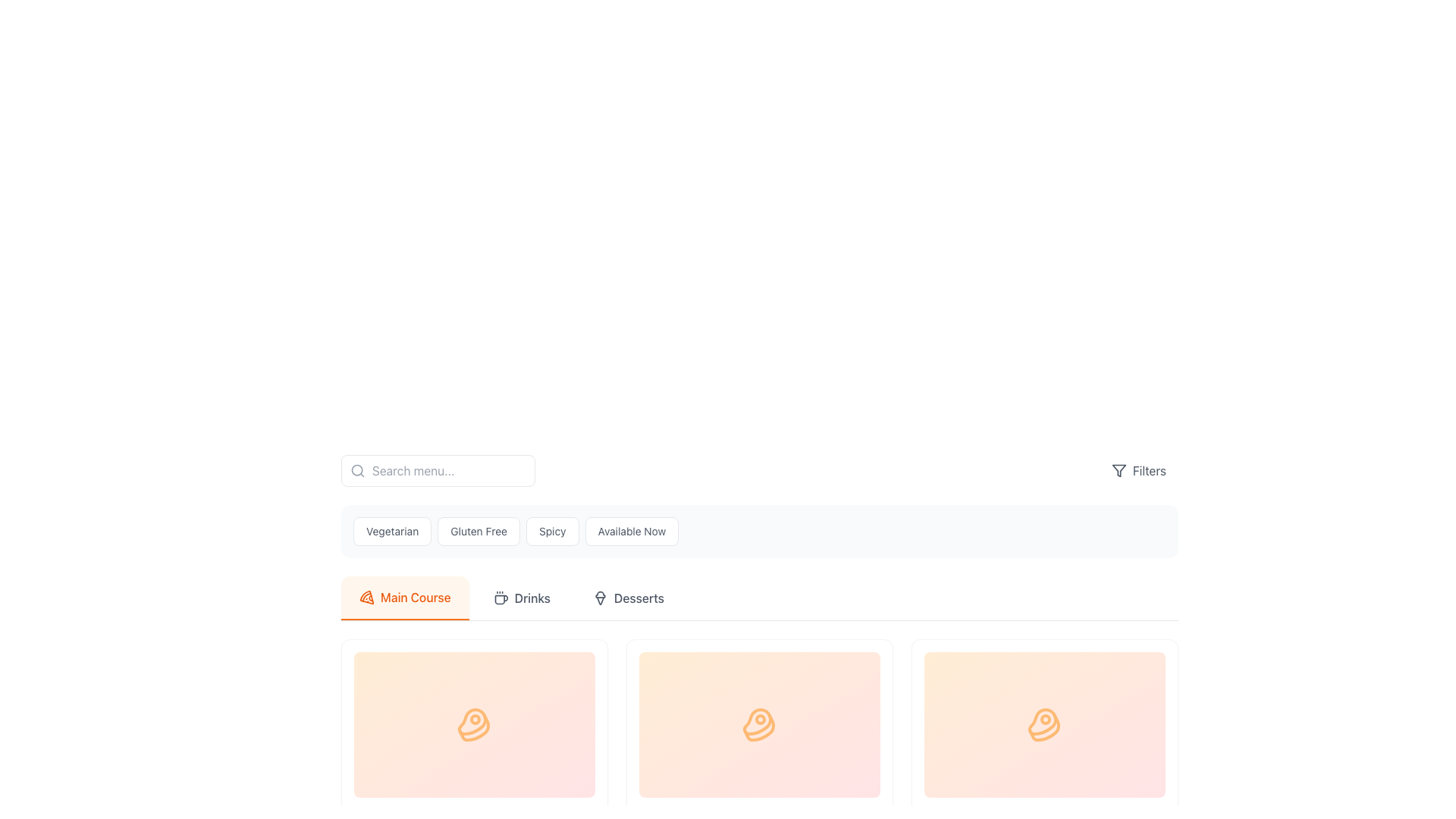  Describe the element at coordinates (478, 531) in the screenshot. I see `the 'Gluten Free' button, which is the second button from the left in the group of filter buttons` at that location.